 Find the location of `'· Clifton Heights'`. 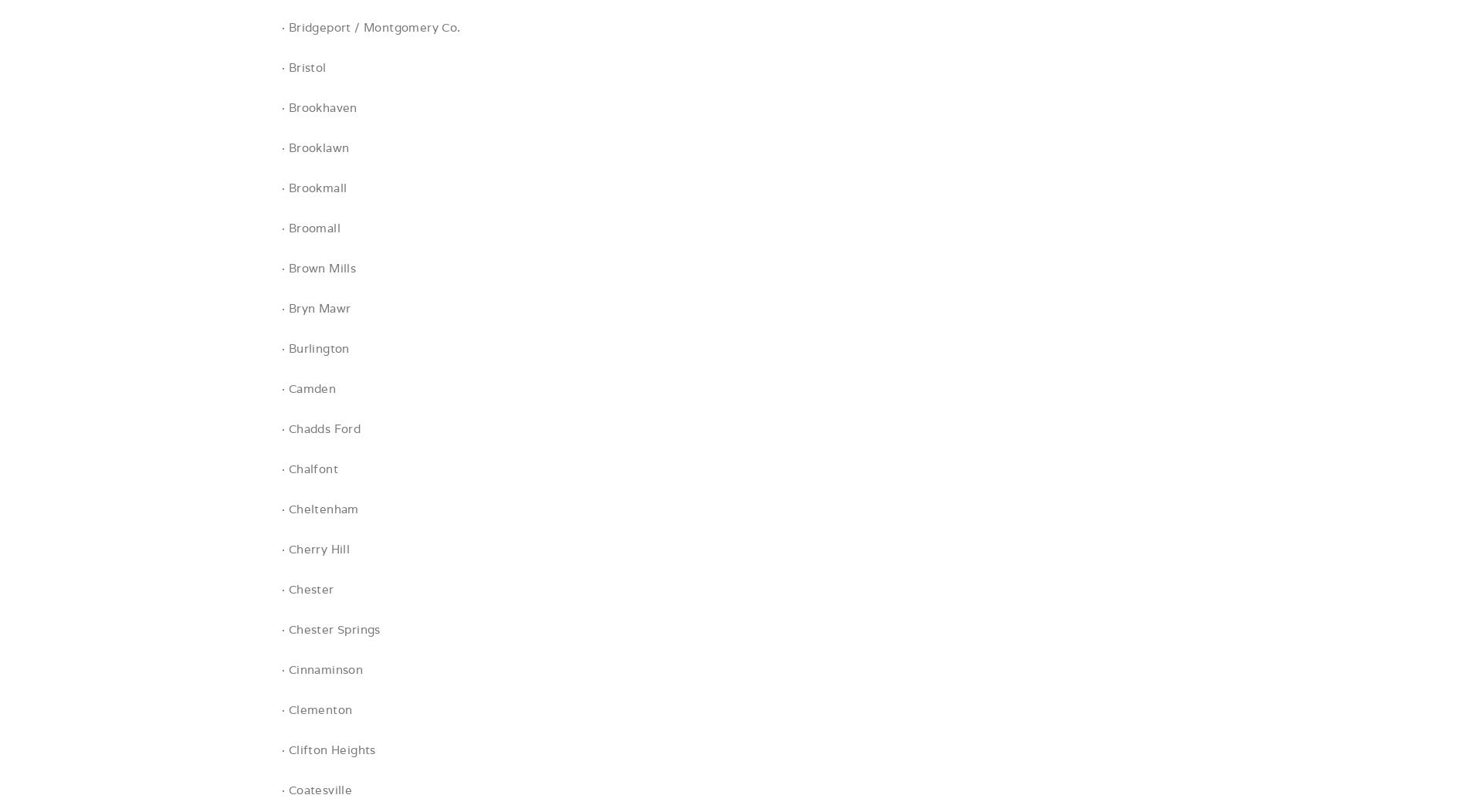

'· Clifton Heights' is located at coordinates (327, 749).